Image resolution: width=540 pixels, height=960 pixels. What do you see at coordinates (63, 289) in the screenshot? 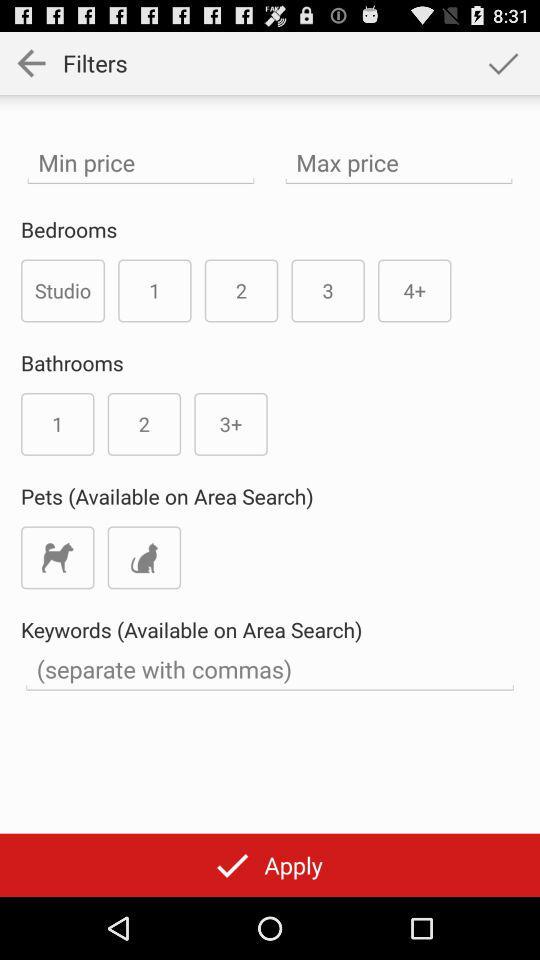
I see `the icon above the bathrooms item` at bounding box center [63, 289].